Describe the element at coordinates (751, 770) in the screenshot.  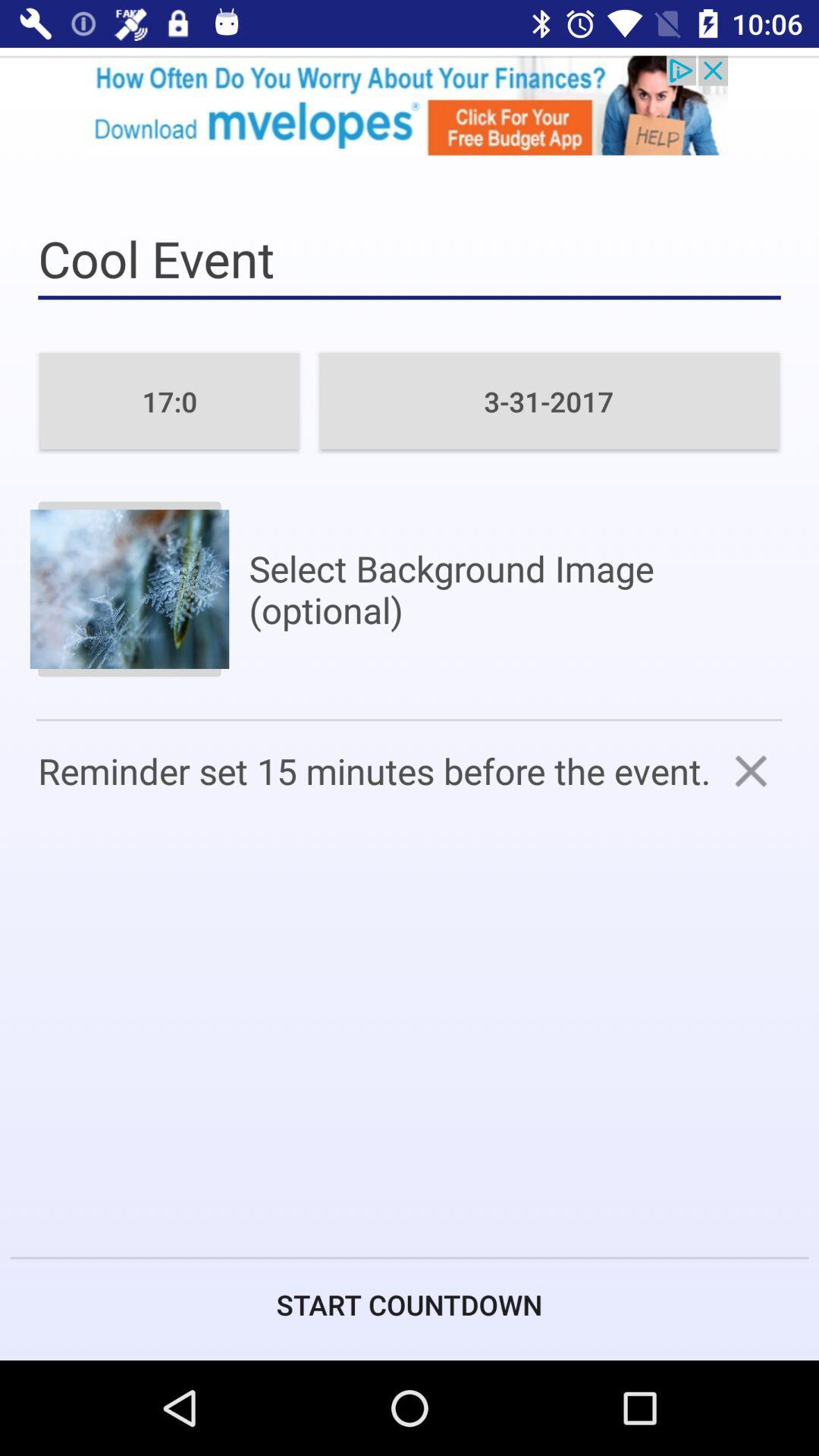
I see `this option` at that location.